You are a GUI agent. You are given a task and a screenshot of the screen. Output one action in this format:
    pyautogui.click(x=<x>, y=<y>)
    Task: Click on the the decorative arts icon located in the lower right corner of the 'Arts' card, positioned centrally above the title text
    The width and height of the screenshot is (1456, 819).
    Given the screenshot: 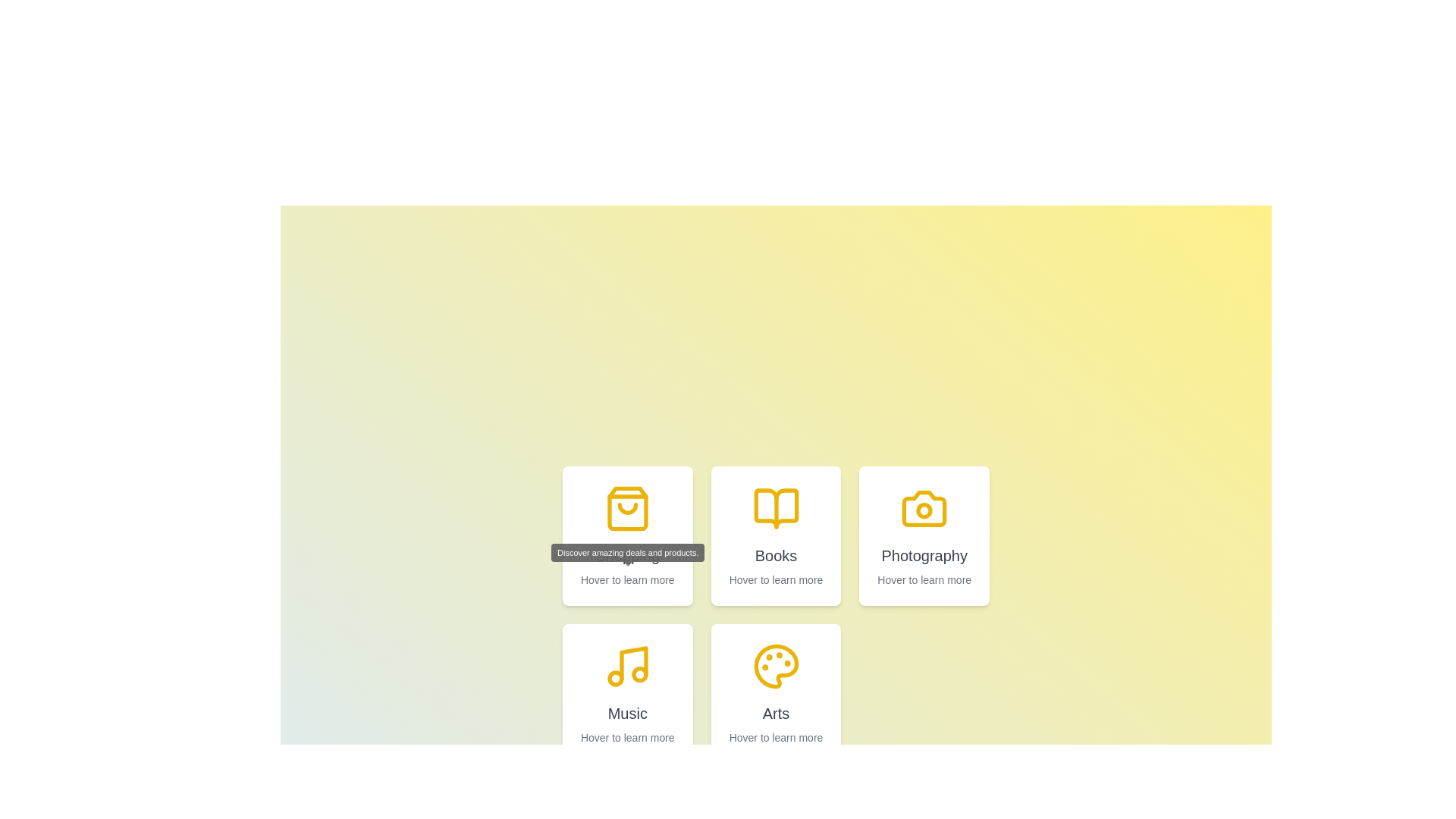 What is the action you would take?
    pyautogui.click(x=776, y=666)
    